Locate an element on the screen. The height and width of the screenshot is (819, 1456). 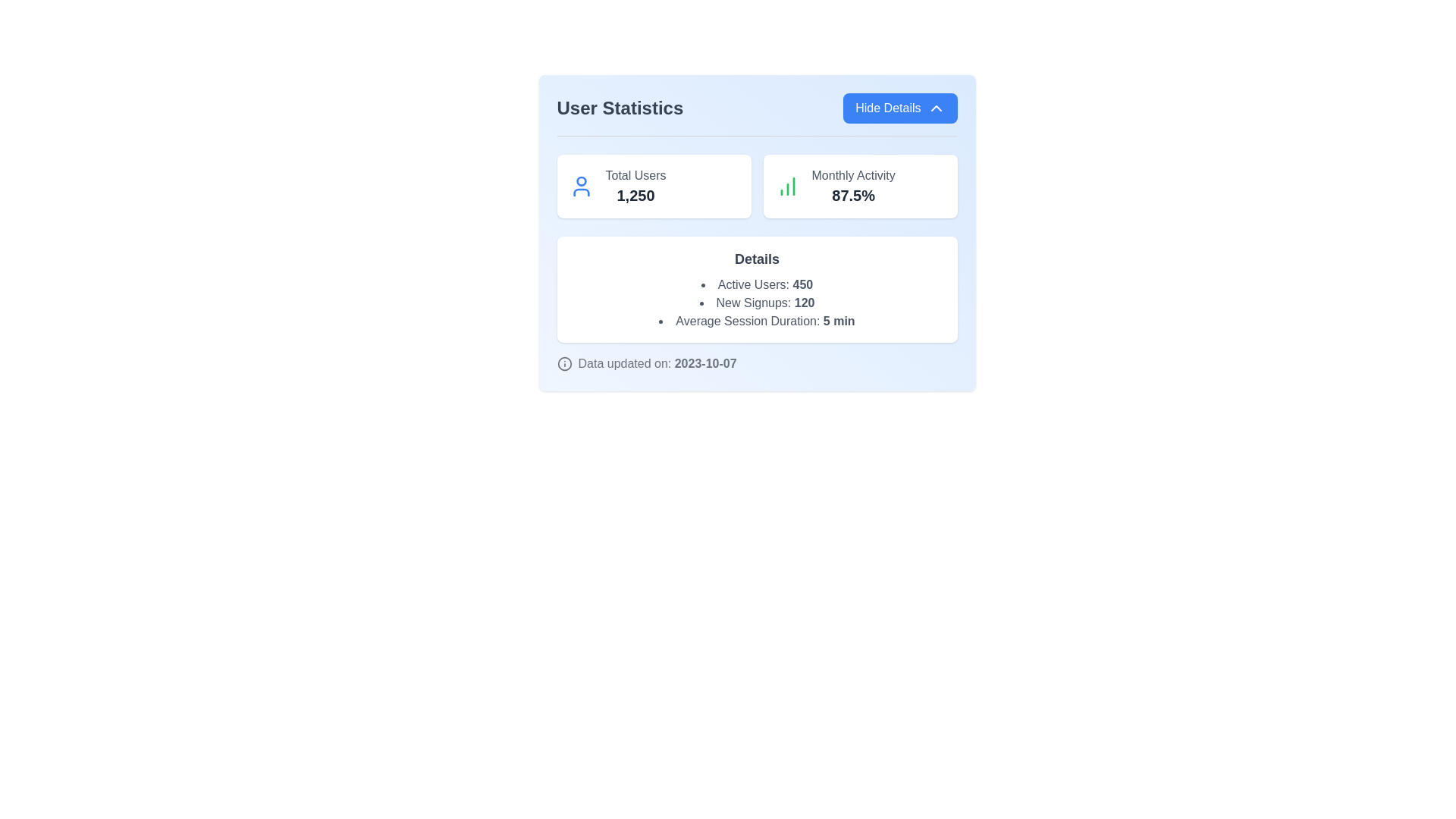
the text label that indicates the metric represented by the number '1,250', which is positioned above it and next to a user icon is located at coordinates (635, 174).